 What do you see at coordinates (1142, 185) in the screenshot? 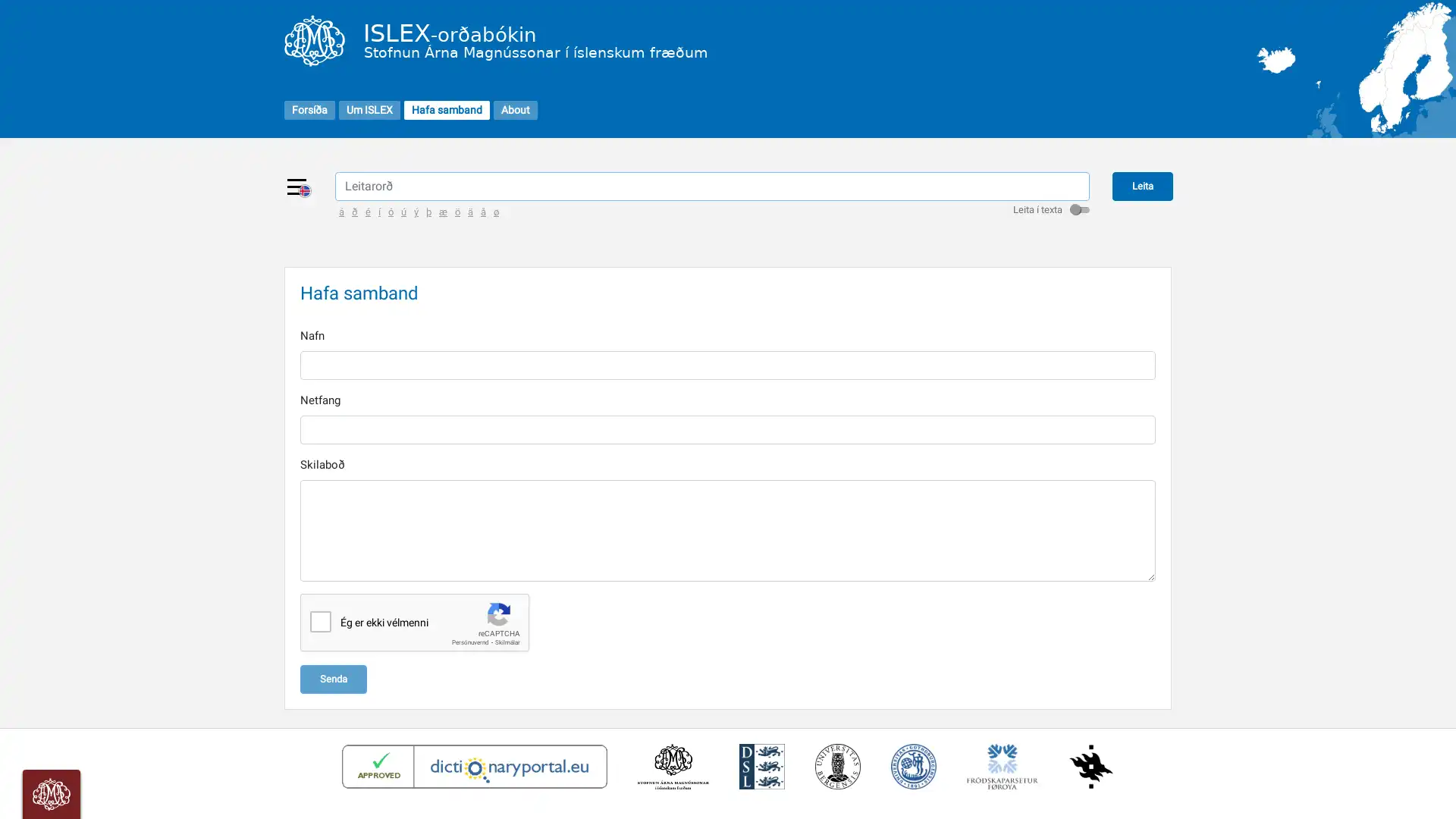
I see `Leita` at bounding box center [1142, 185].